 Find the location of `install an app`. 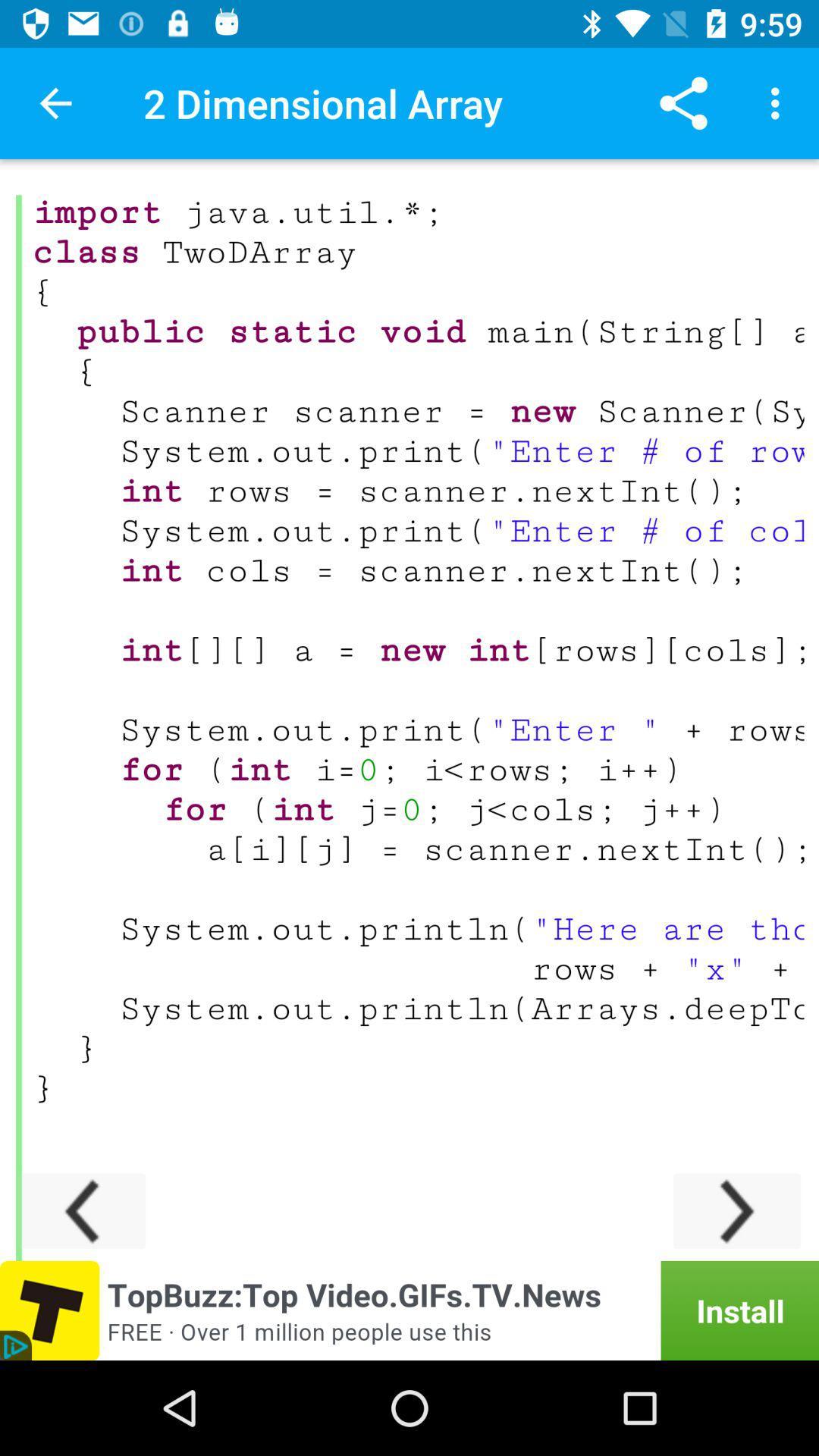

install an app is located at coordinates (409, 1310).